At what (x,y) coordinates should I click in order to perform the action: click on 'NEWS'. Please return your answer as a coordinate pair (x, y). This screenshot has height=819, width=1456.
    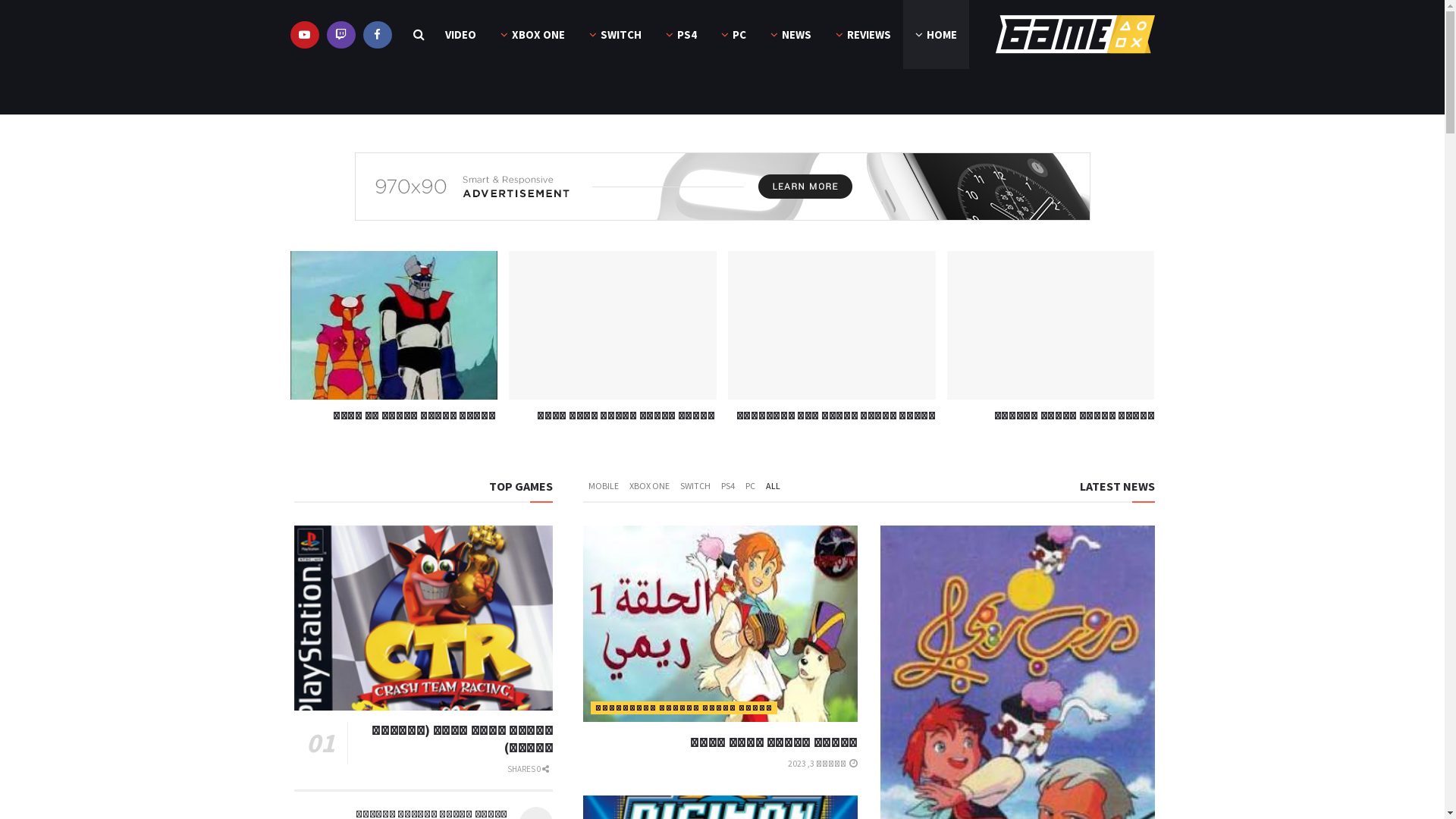
    Looking at the image, I should click on (758, 34).